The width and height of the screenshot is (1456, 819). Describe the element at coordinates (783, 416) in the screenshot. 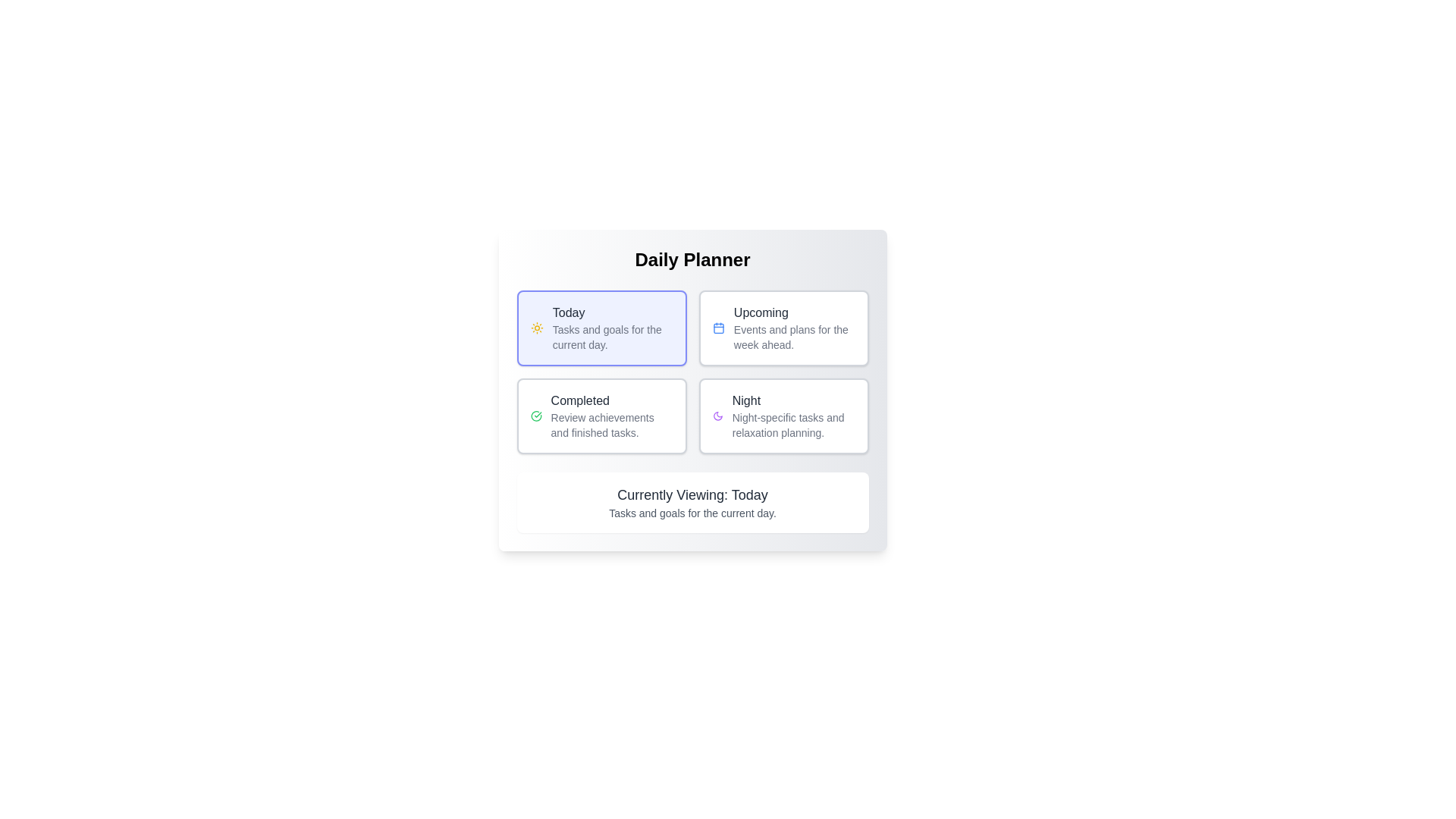

I see `the interactive planning button located at the bottom-right of the grid for accessibility purposes` at that location.